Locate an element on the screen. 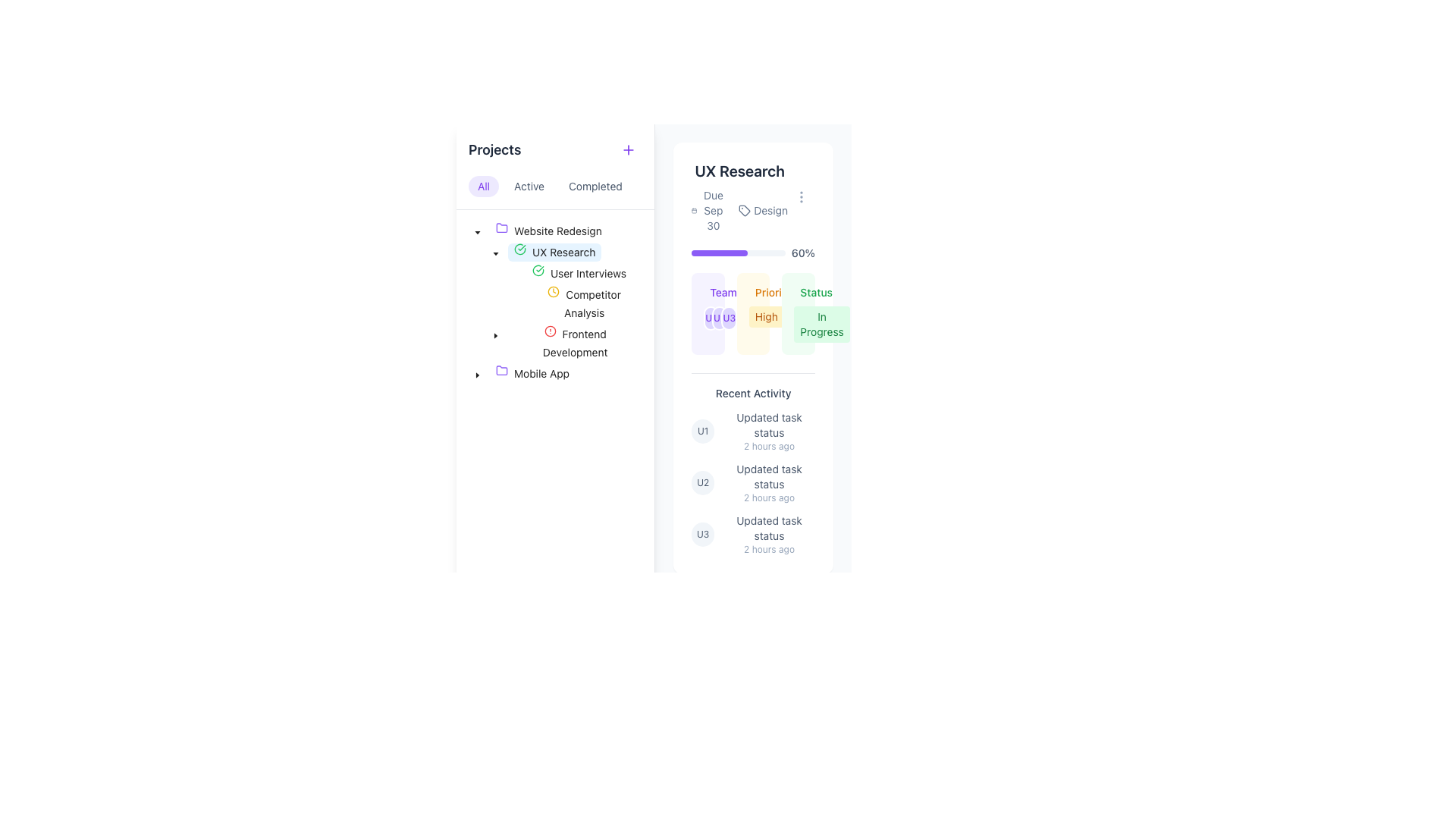 The image size is (1456, 819). the static text header element displaying 'UX Research', which is positioned at the top of the panel containing project task details is located at coordinates (739, 171).